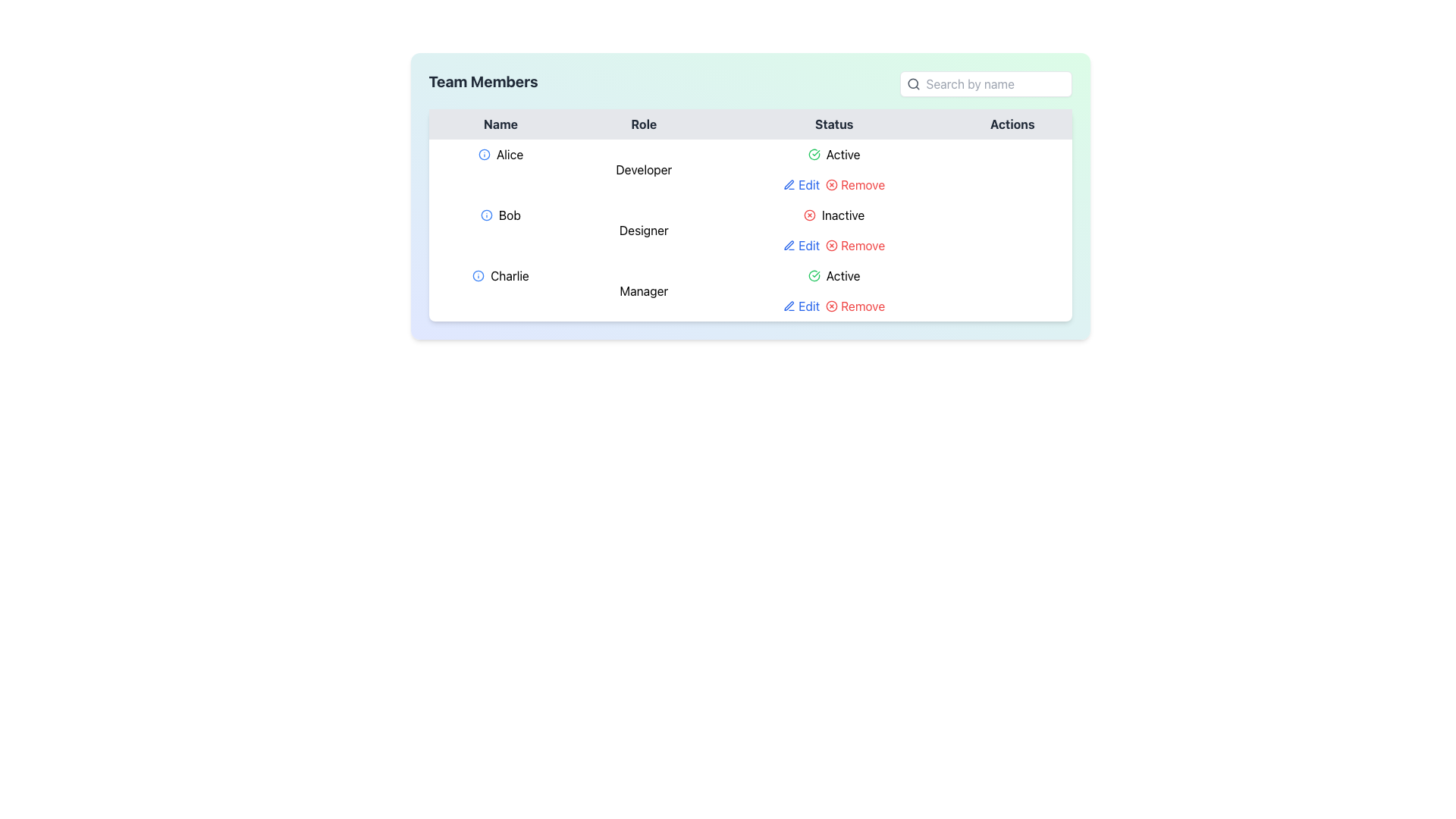  I want to click on text content of the 'Charlie' label element located in the third row under the 'Name' column of the table, so click(500, 275).